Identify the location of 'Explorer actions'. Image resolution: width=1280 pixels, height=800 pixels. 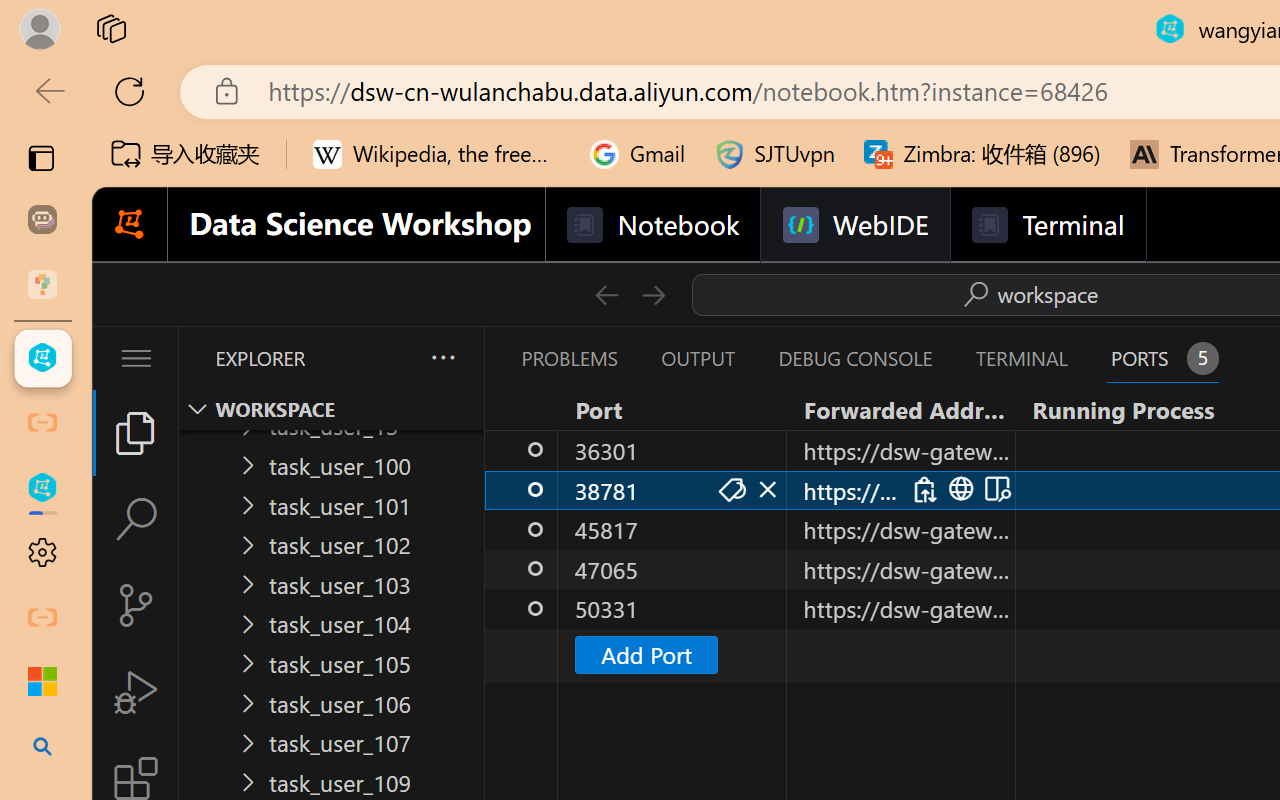
(391, 358).